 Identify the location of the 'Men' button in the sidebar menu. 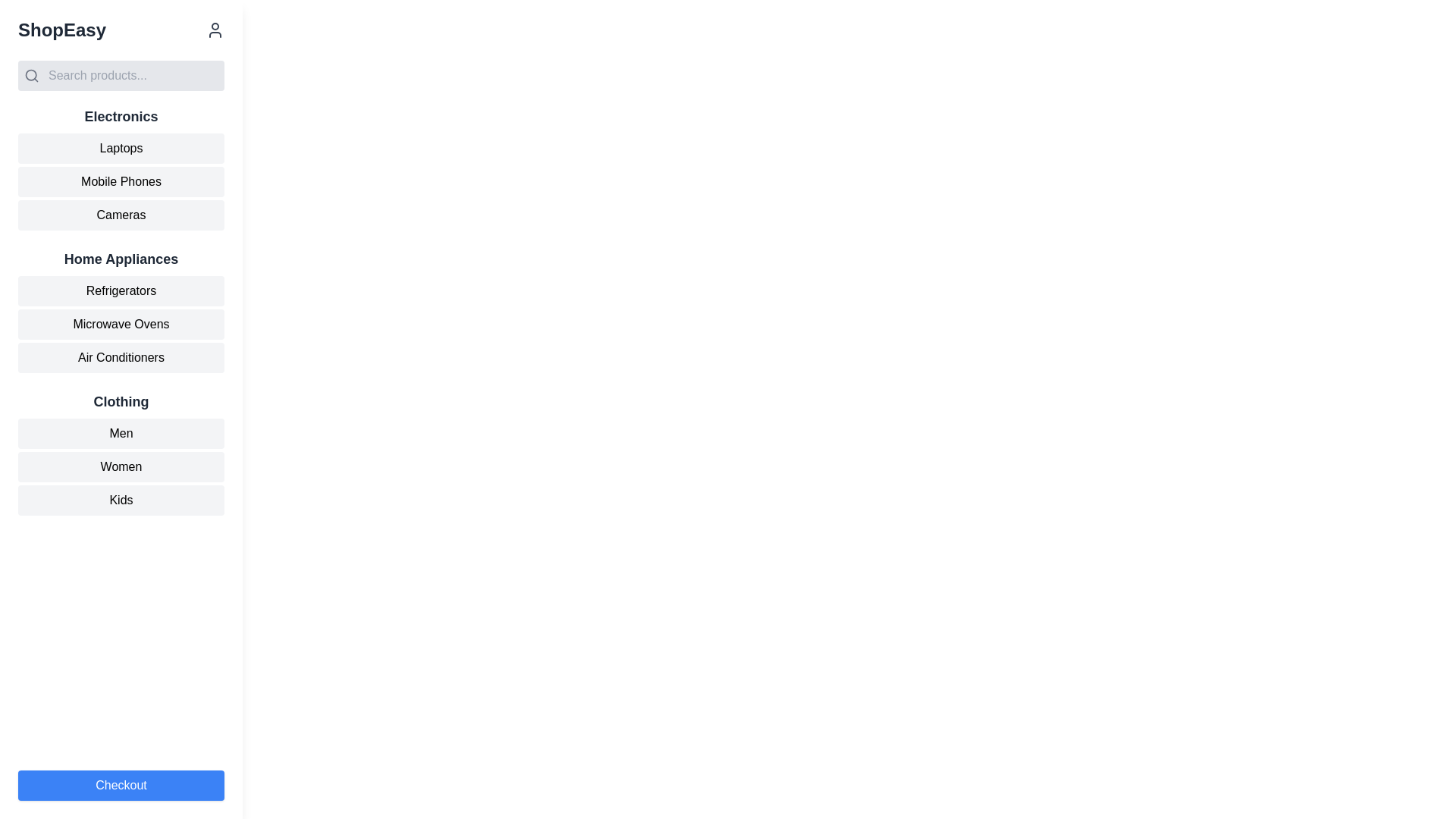
(120, 433).